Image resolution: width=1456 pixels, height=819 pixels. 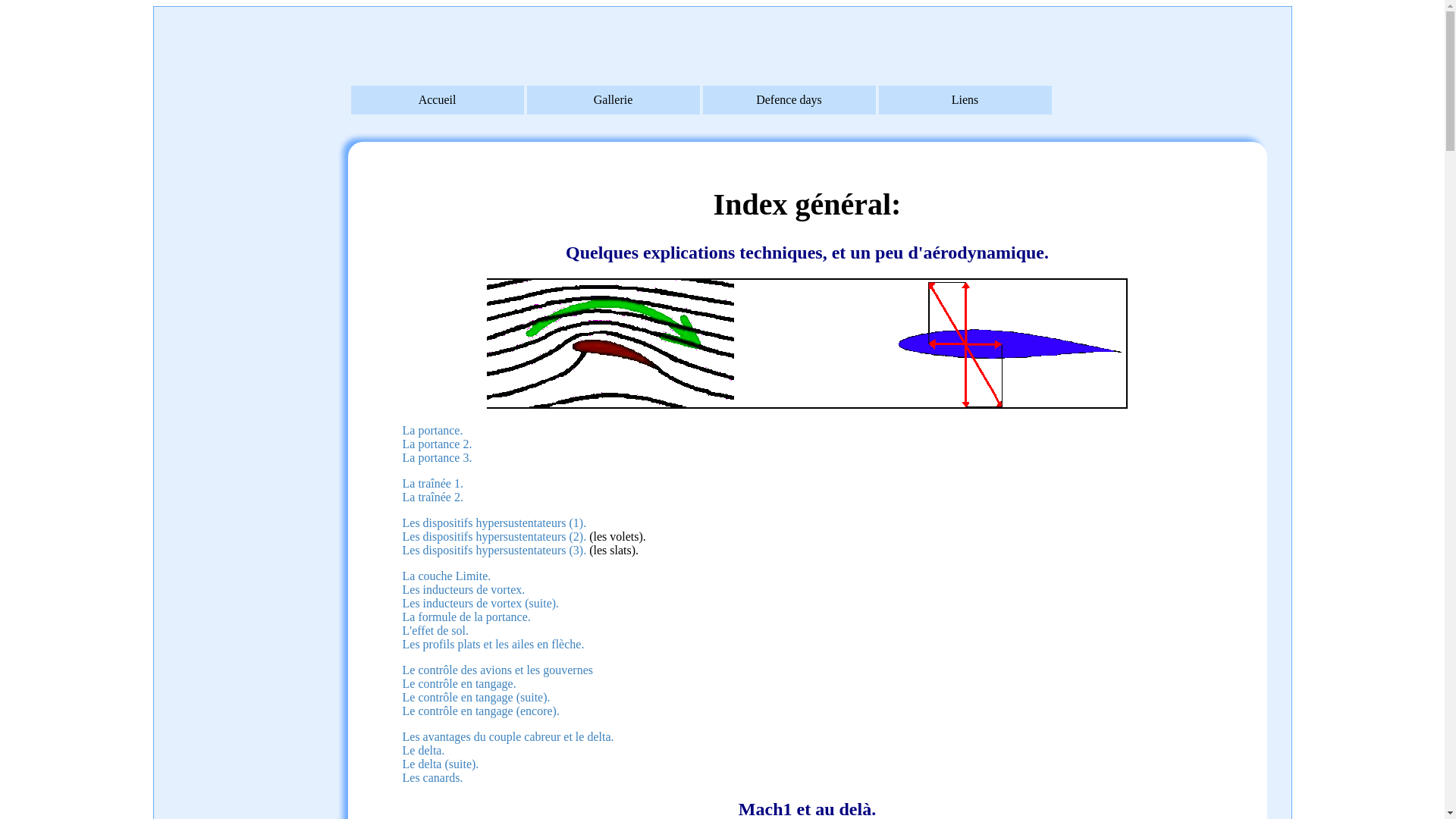 I want to click on 'Les inducteurs de vortex.', so click(x=462, y=588).